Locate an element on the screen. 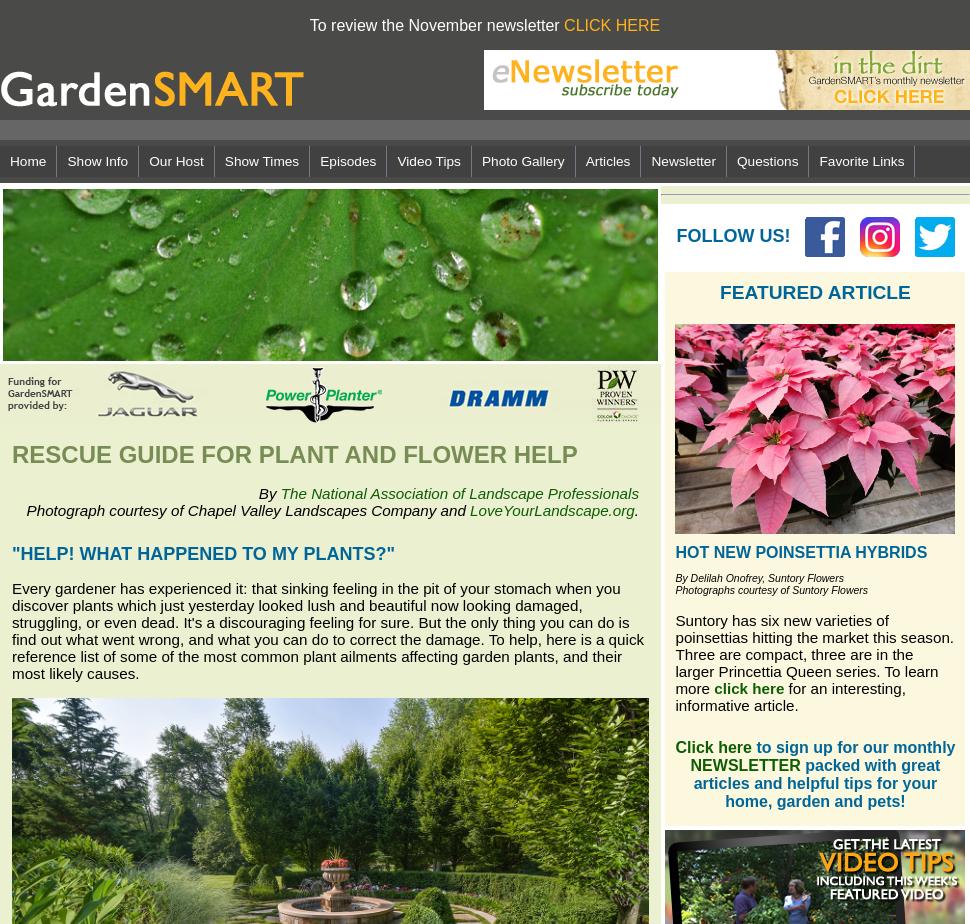  'Hot New Poinsettia Hybrids' is located at coordinates (801, 551).